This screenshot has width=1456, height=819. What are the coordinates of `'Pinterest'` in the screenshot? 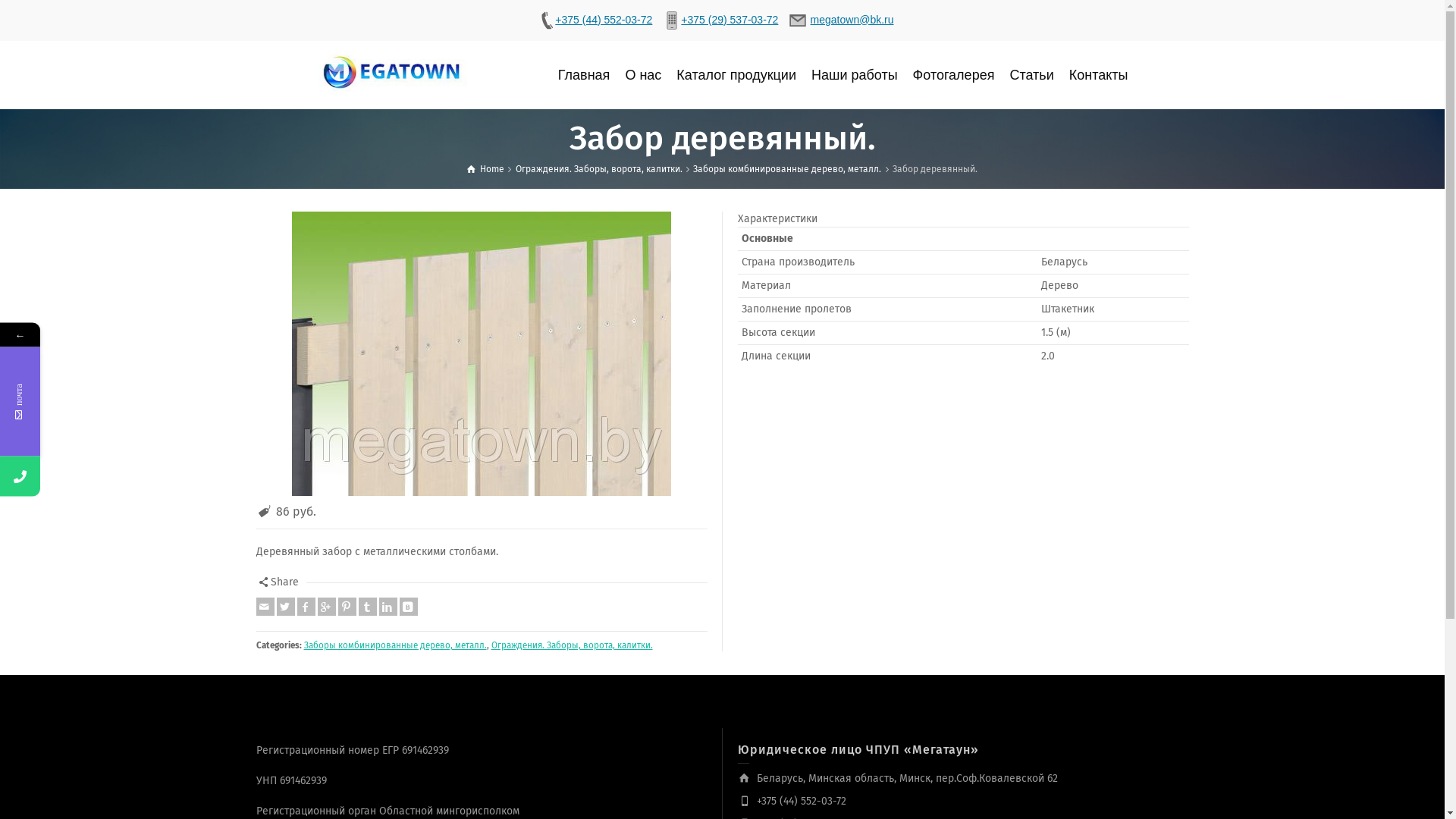 It's located at (346, 605).